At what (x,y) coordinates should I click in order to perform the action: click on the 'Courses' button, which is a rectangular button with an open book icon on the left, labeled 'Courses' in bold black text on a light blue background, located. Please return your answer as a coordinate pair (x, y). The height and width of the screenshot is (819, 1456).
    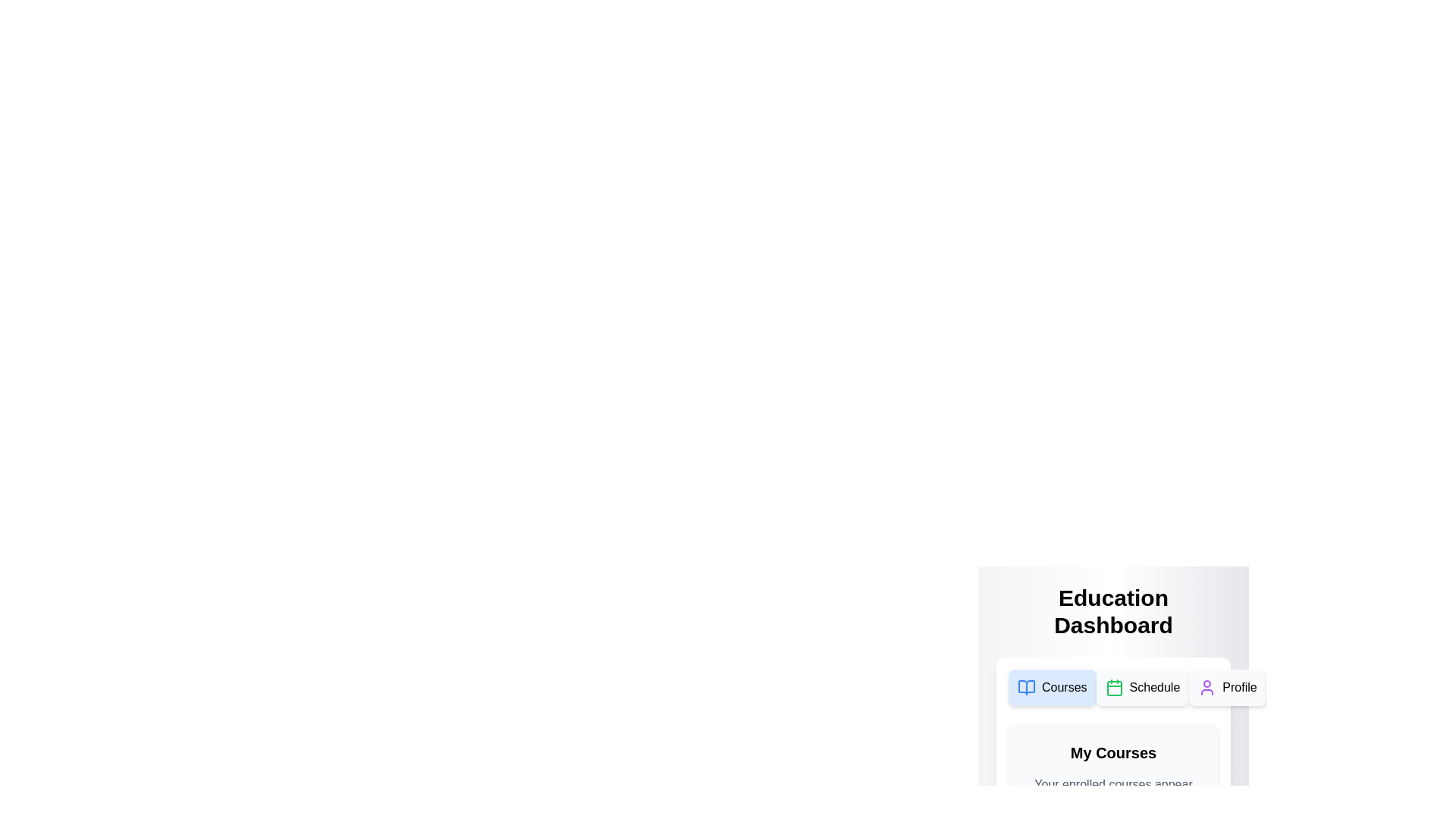
    Looking at the image, I should click on (1051, 687).